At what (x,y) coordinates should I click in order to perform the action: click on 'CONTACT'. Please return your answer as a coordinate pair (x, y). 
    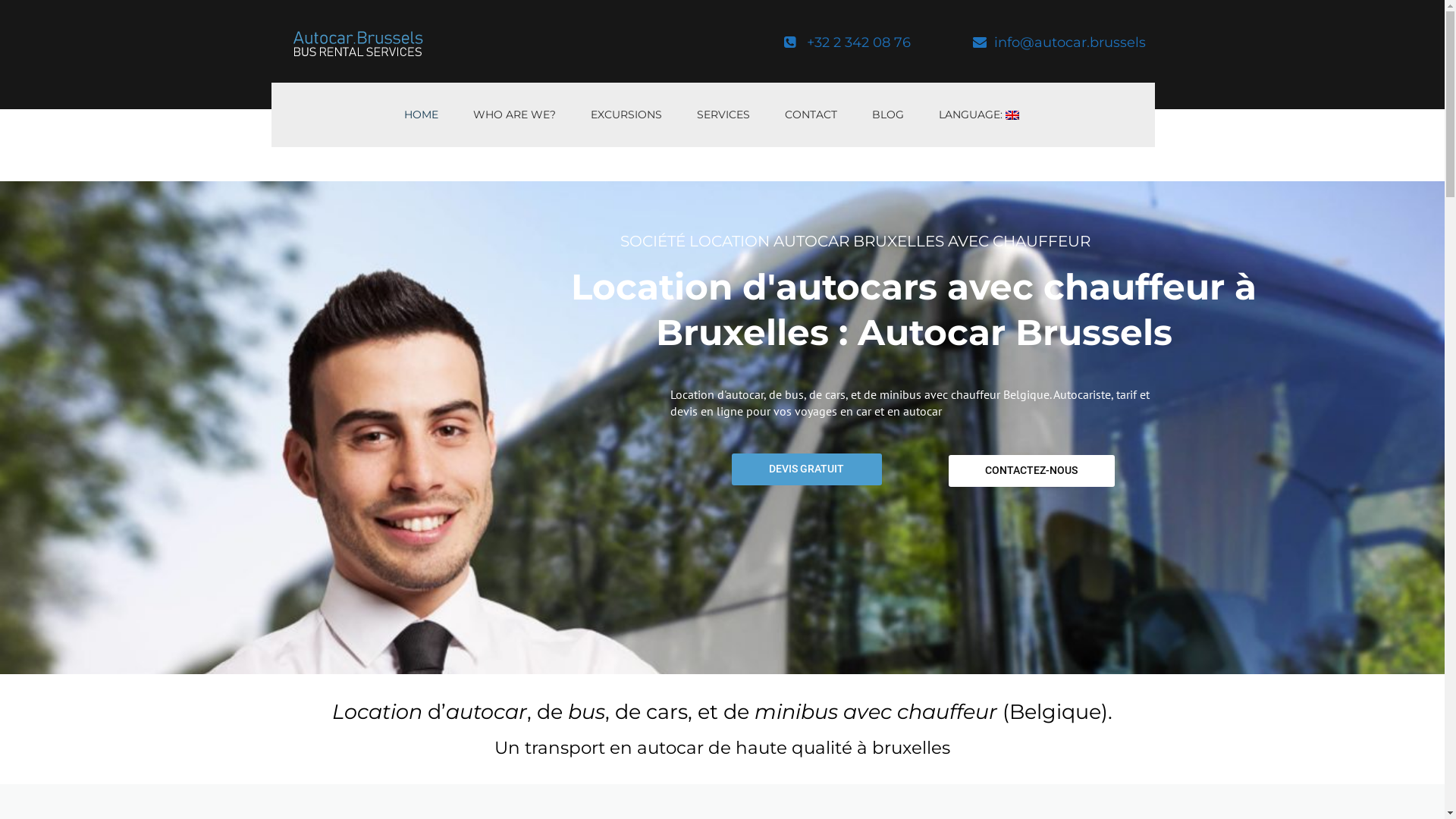
    Looking at the image, I should click on (768, 114).